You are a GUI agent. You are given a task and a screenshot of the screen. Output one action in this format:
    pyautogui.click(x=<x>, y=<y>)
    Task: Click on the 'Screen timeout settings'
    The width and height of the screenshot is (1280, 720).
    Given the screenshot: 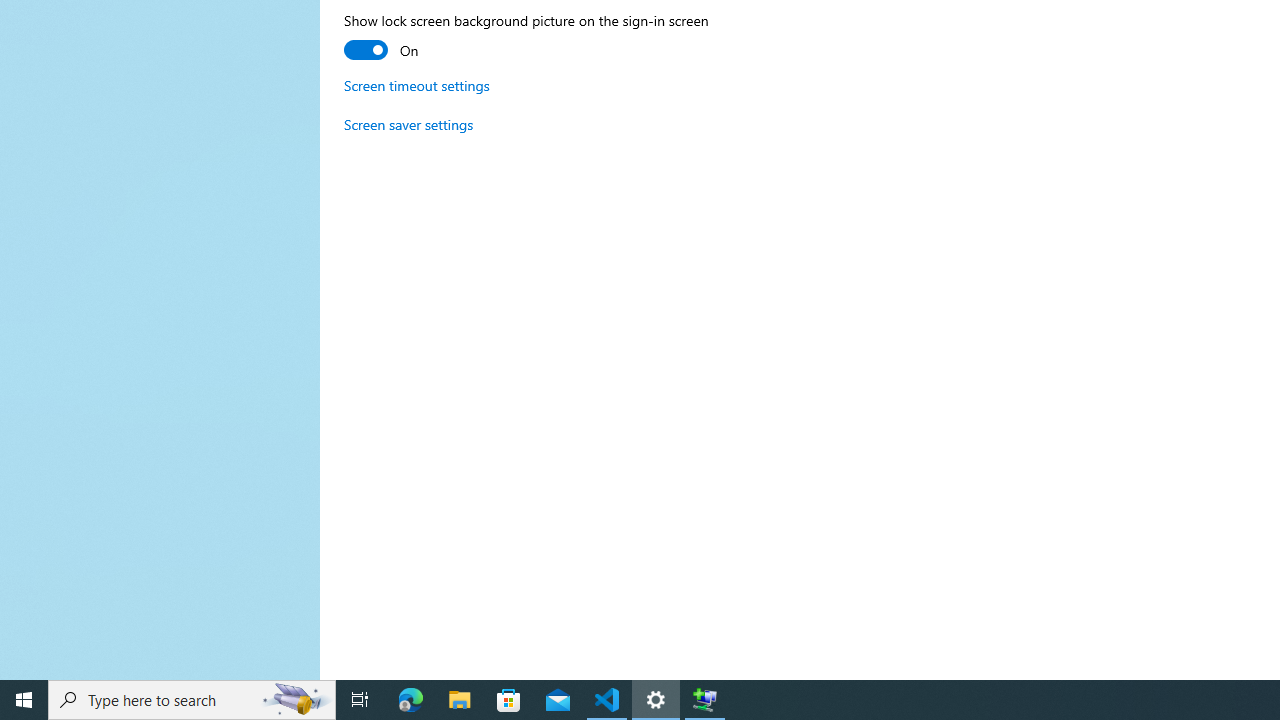 What is the action you would take?
    pyautogui.click(x=416, y=84)
    